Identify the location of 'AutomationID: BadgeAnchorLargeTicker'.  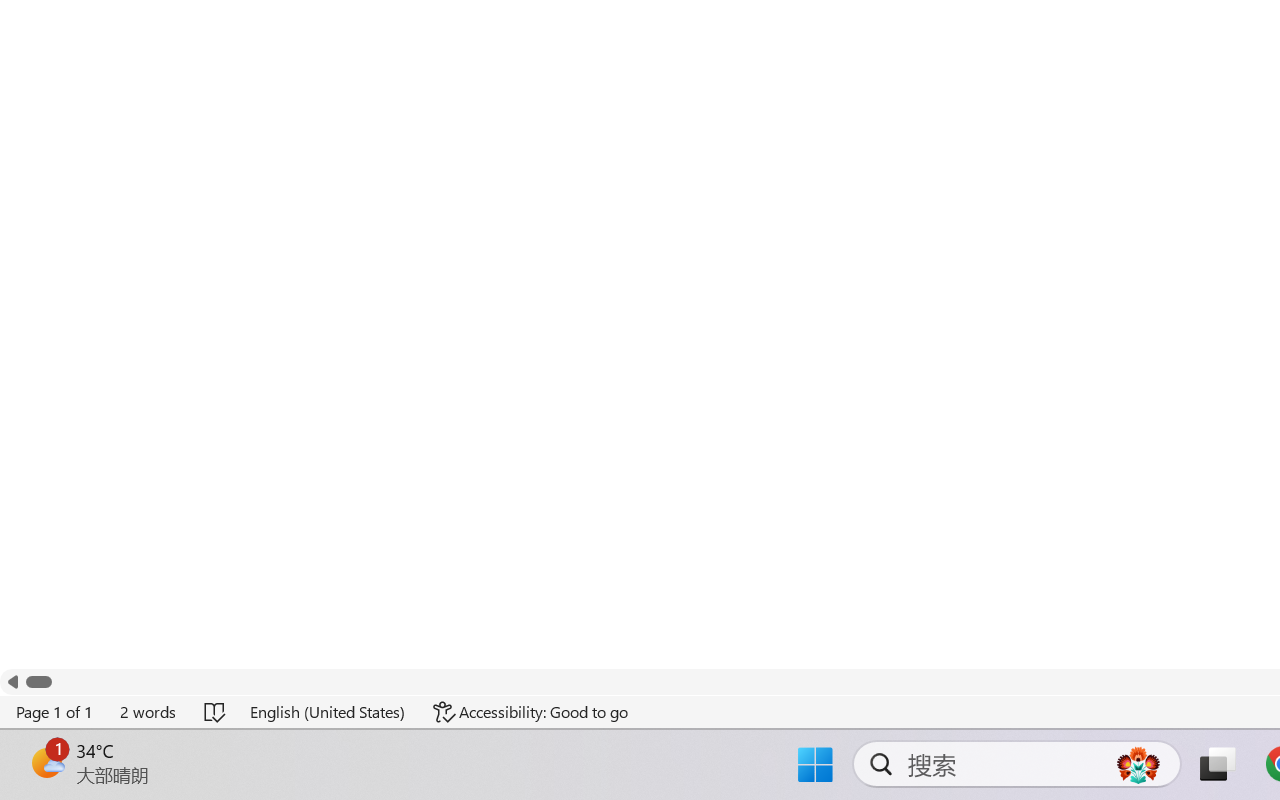
(46, 762).